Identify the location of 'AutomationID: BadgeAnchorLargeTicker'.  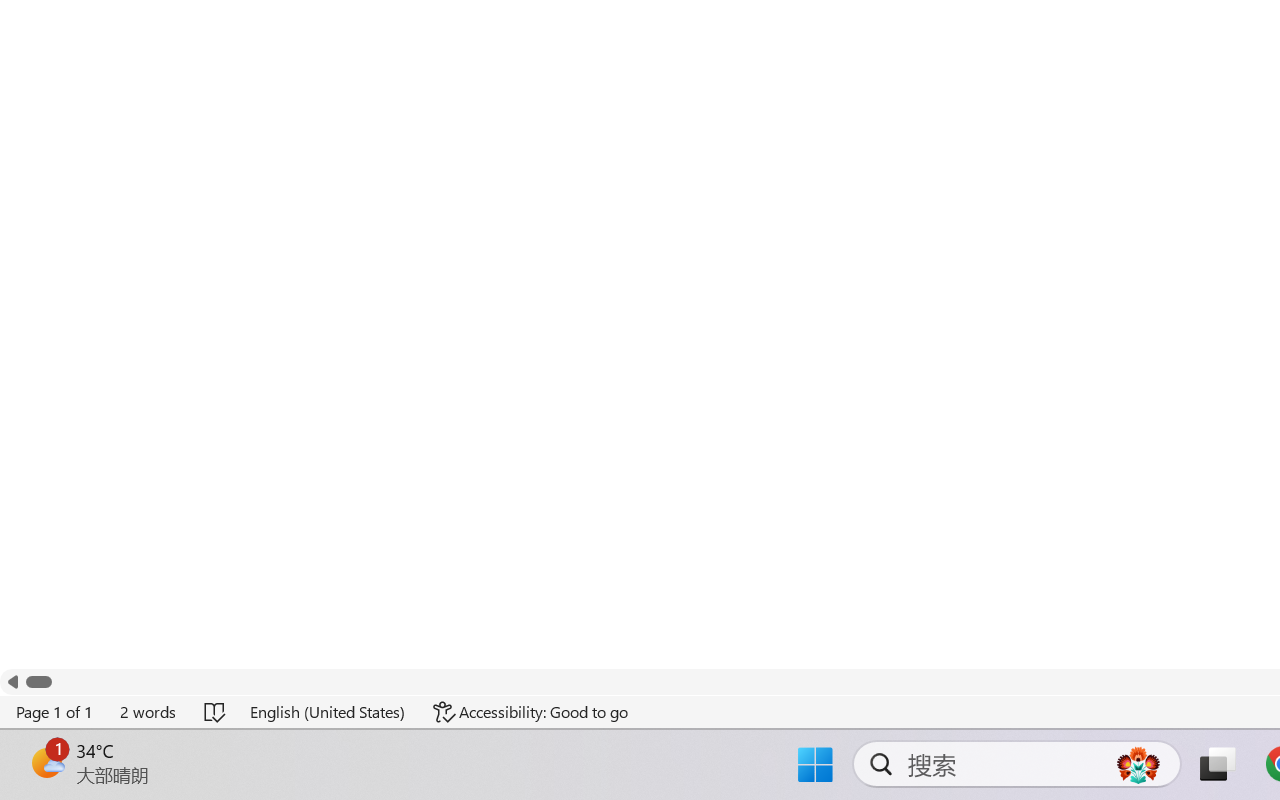
(46, 762).